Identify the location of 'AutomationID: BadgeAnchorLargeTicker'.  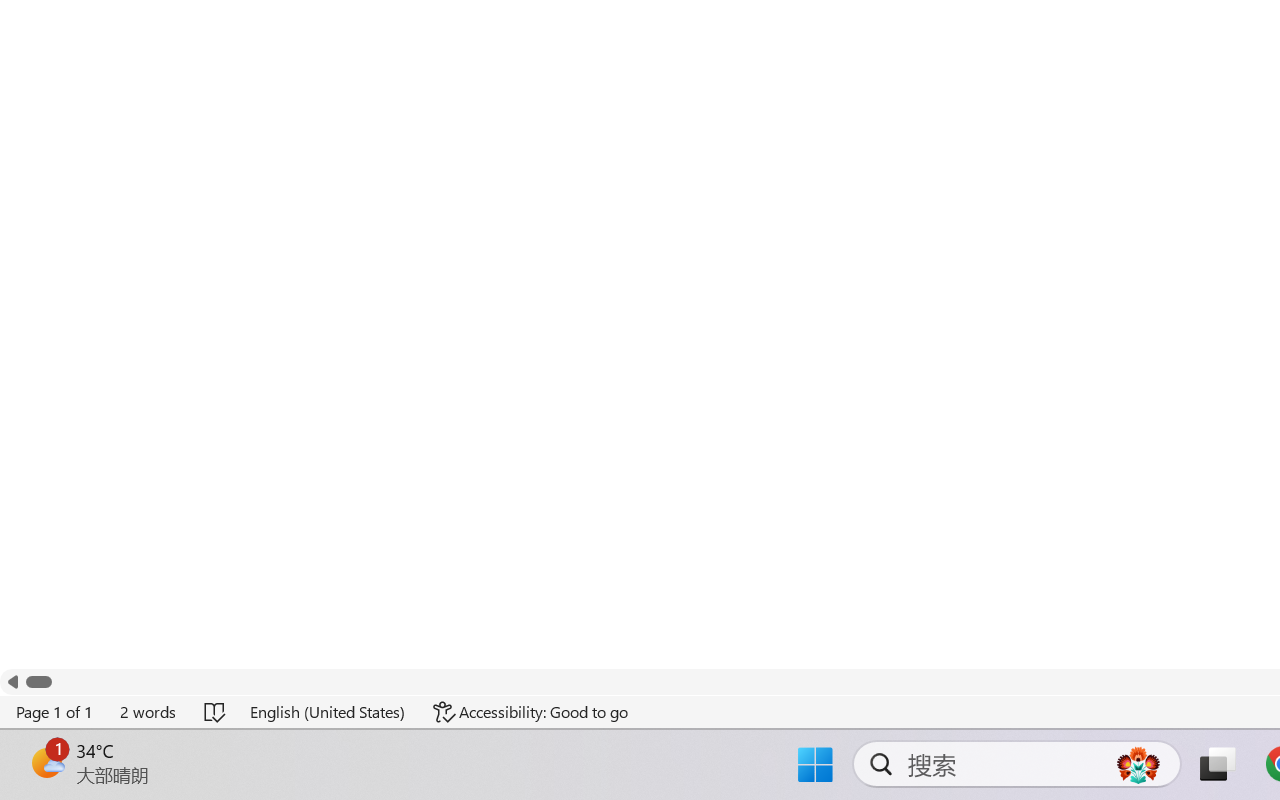
(46, 762).